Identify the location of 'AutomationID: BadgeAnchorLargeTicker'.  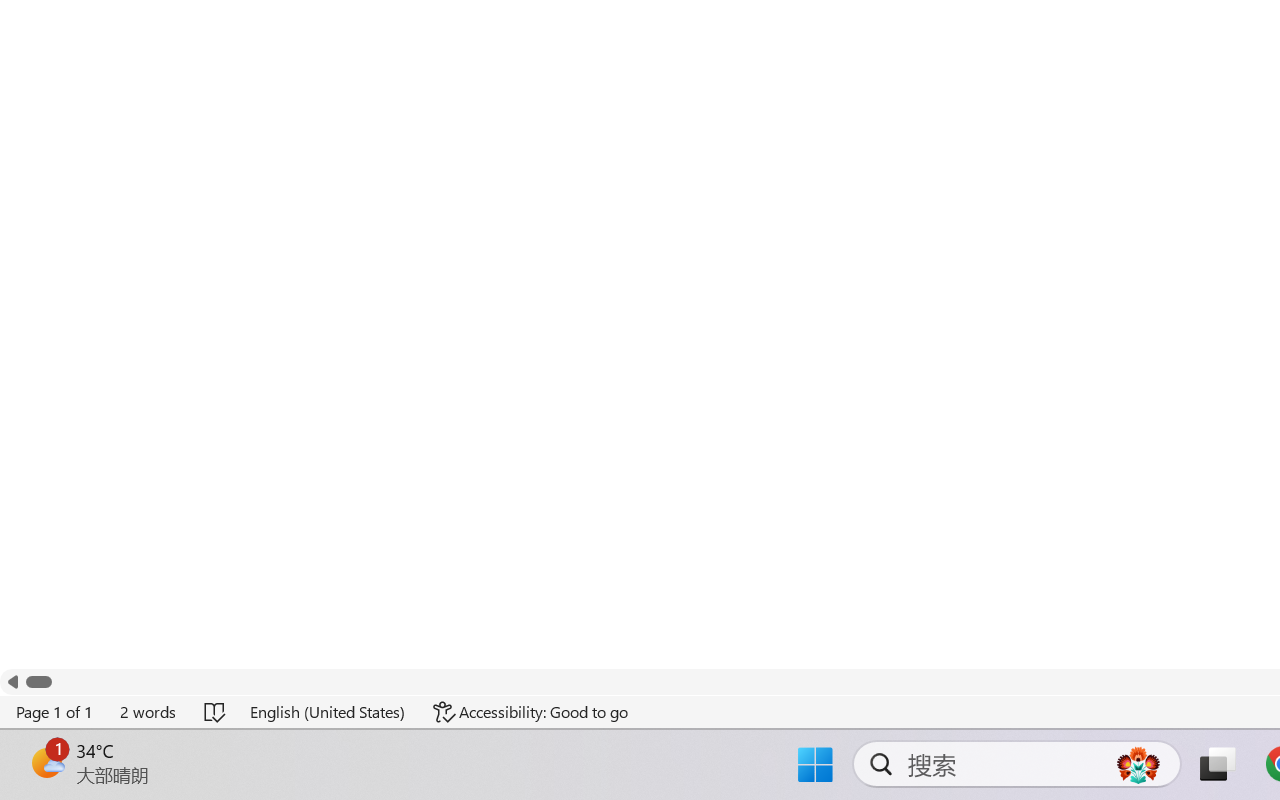
(46, 762).